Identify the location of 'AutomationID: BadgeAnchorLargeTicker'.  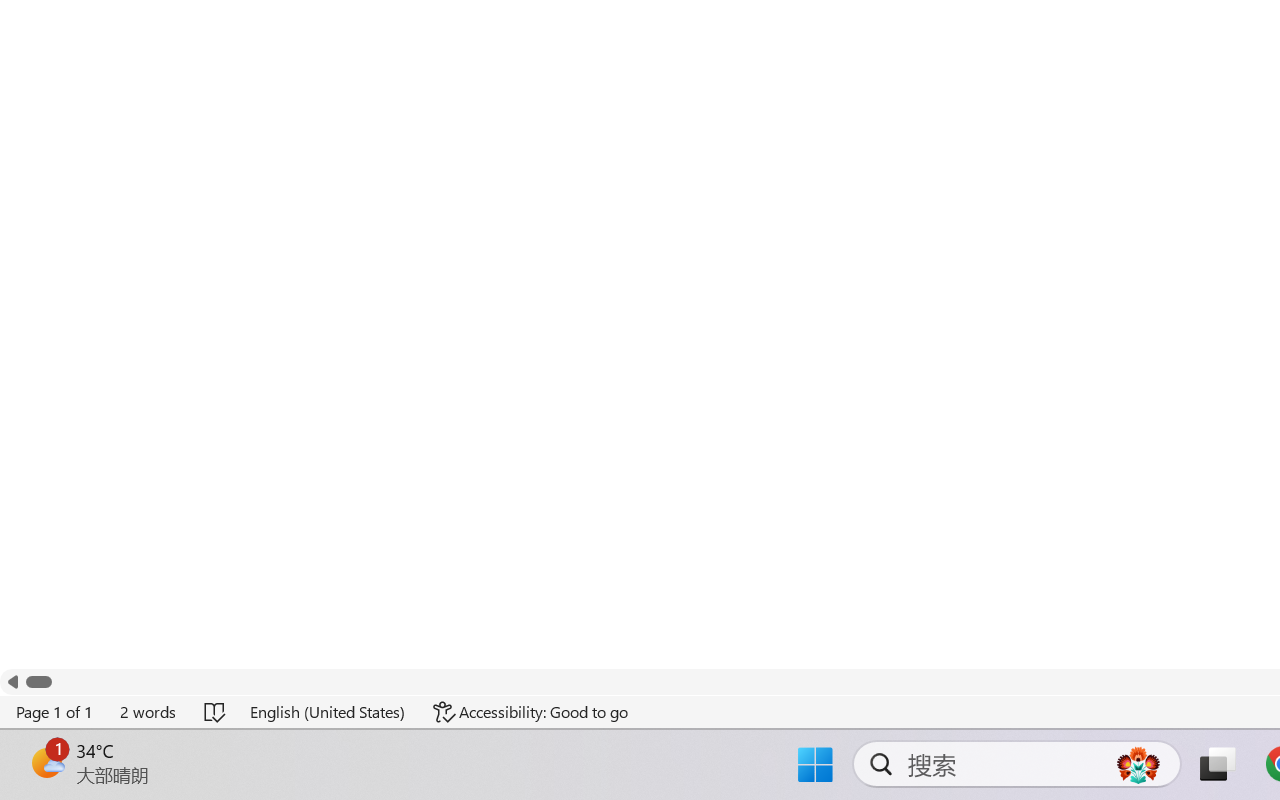
(46, 762).